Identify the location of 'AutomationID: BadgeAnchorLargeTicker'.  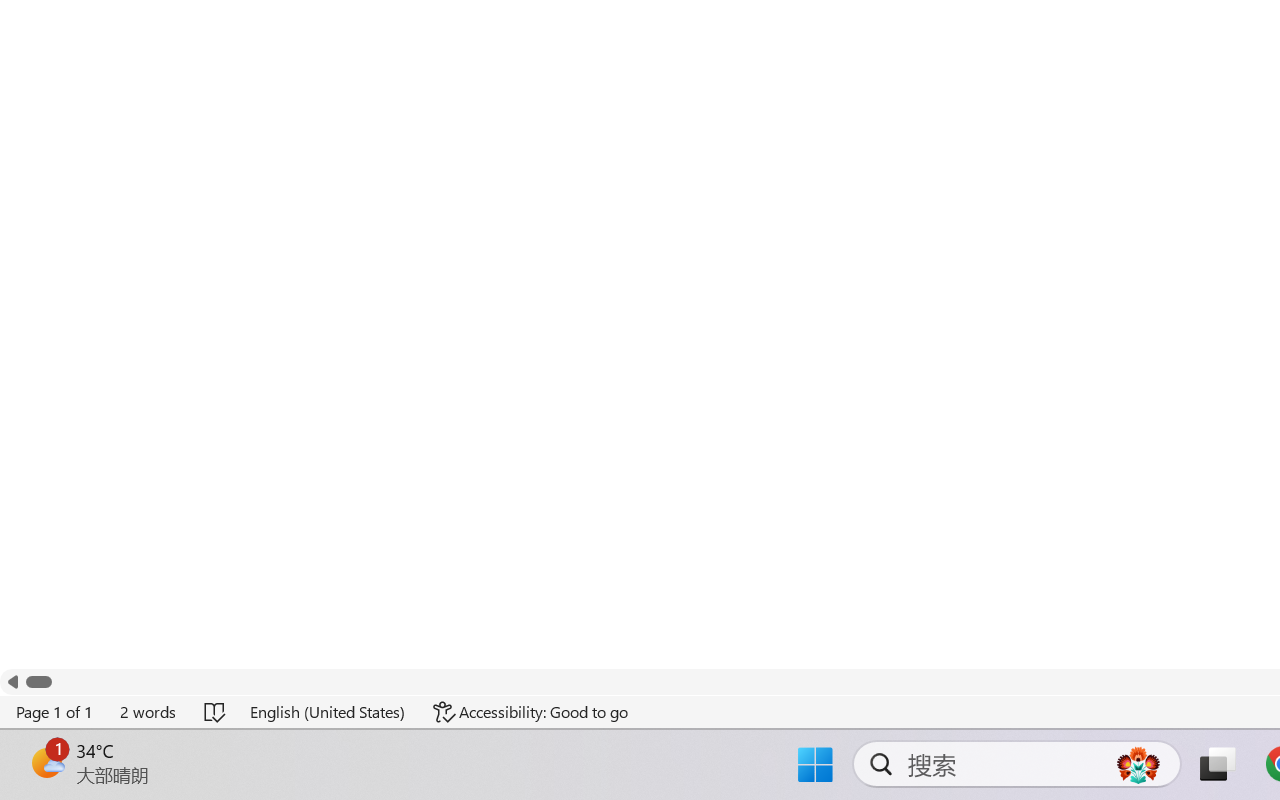
(46, 762).